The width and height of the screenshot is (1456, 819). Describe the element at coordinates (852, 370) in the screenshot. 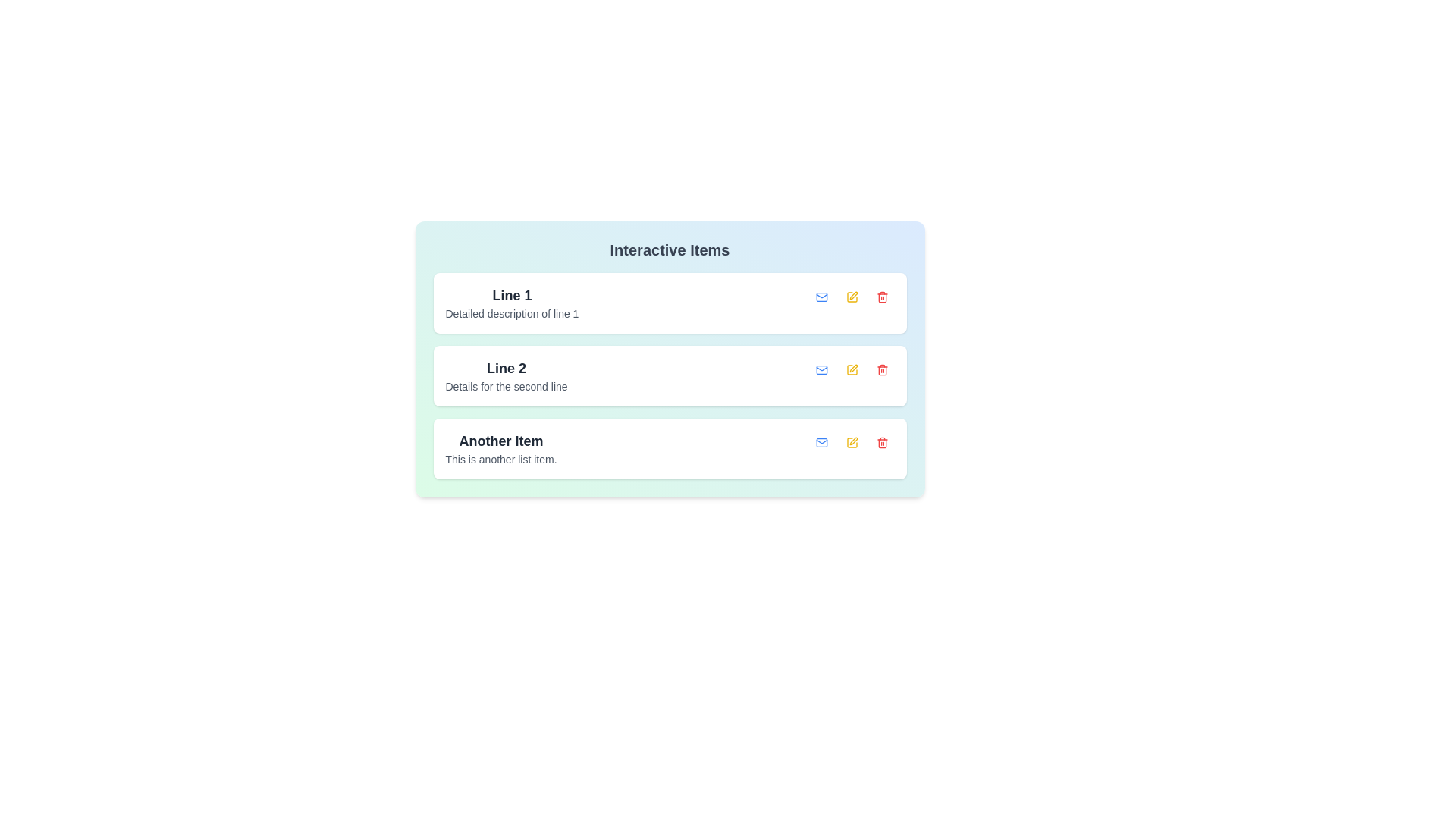

I see `edit button for the item with title 'Line 2'` at that location.